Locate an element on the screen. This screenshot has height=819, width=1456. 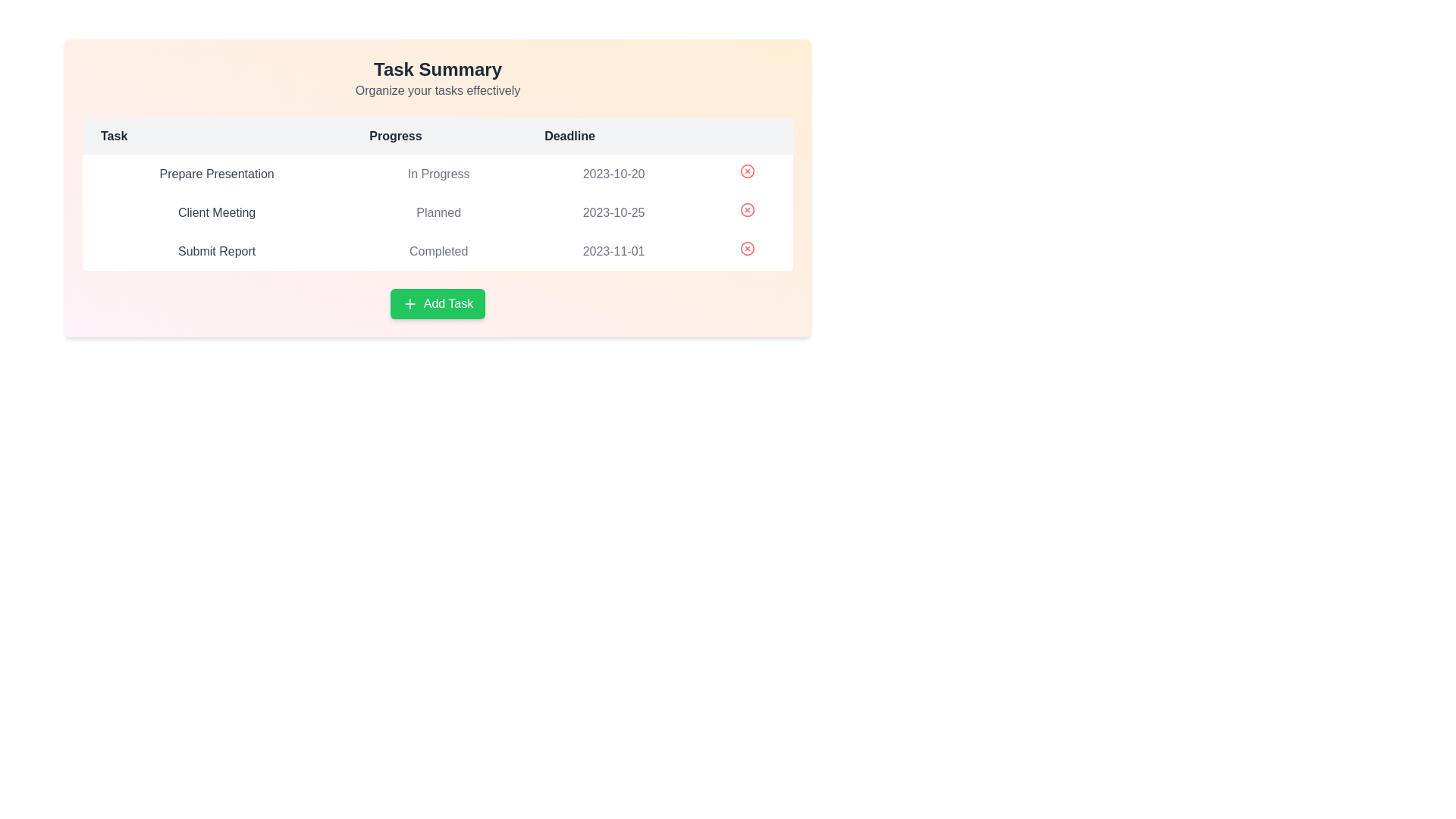
the 'Add Task' button to initiate adding a new task is located at coordinates (437, 304).